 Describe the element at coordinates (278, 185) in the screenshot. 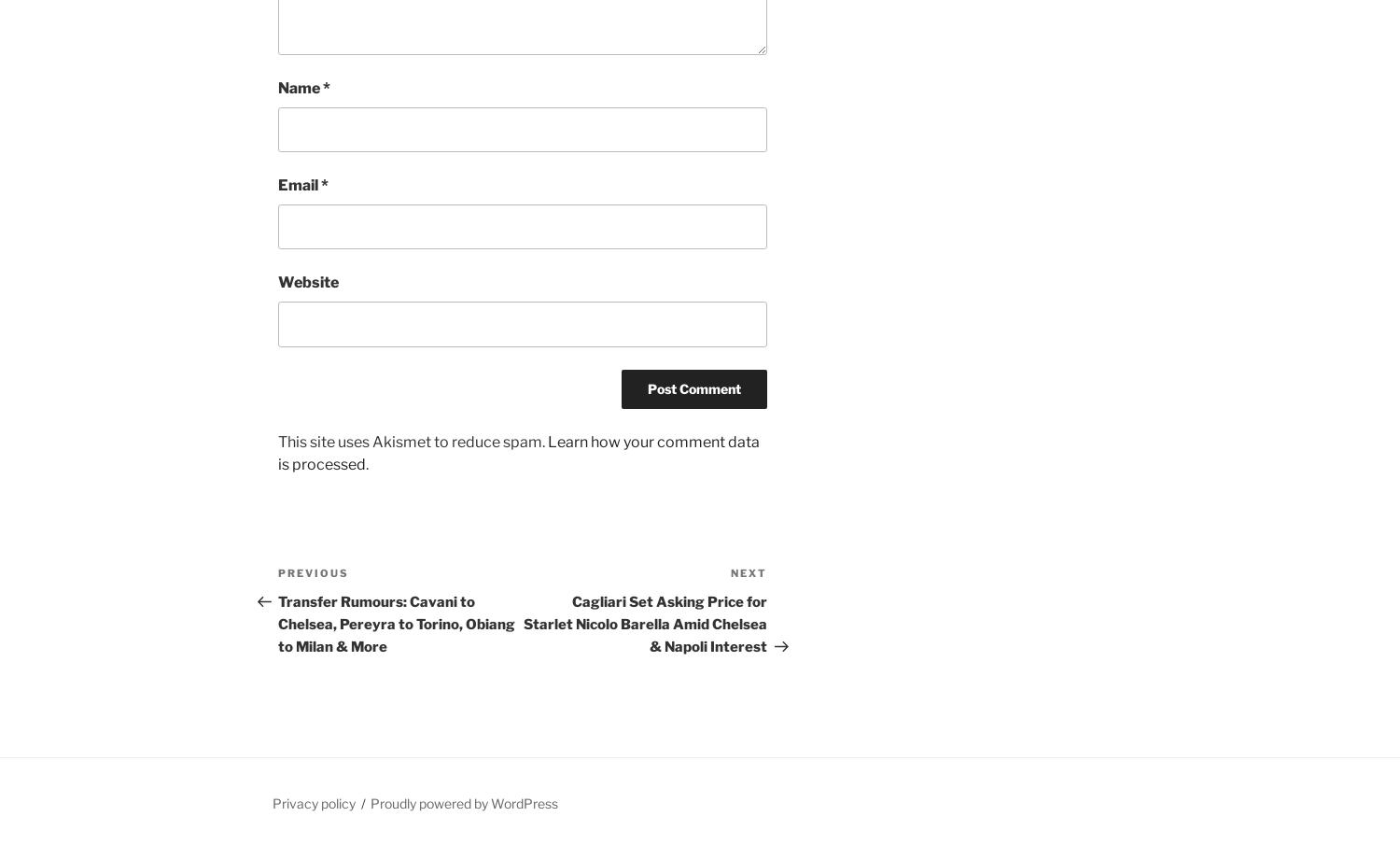

I see `'Email'` at that location.